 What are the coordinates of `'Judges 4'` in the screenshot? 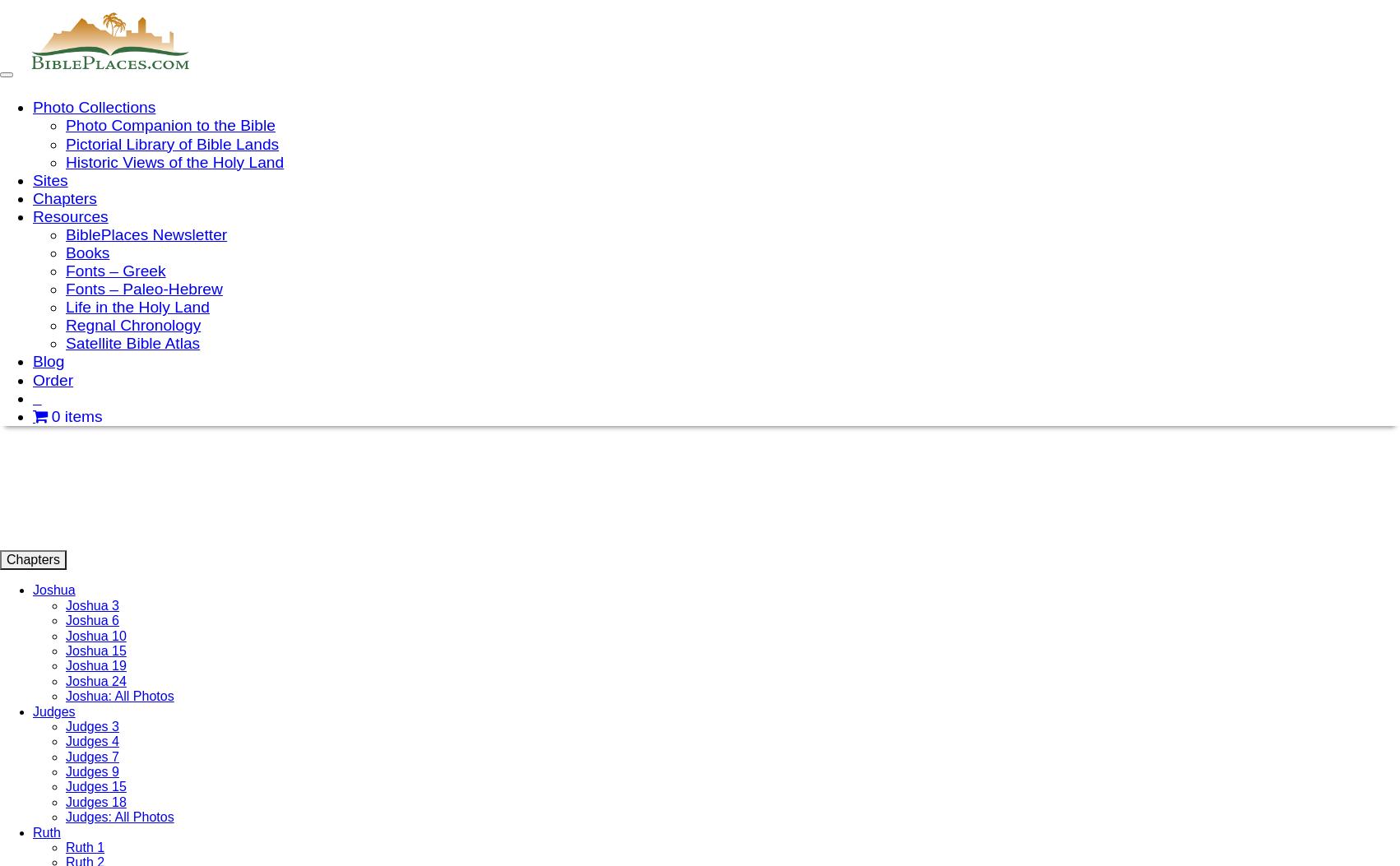 It's located at (91, 741).